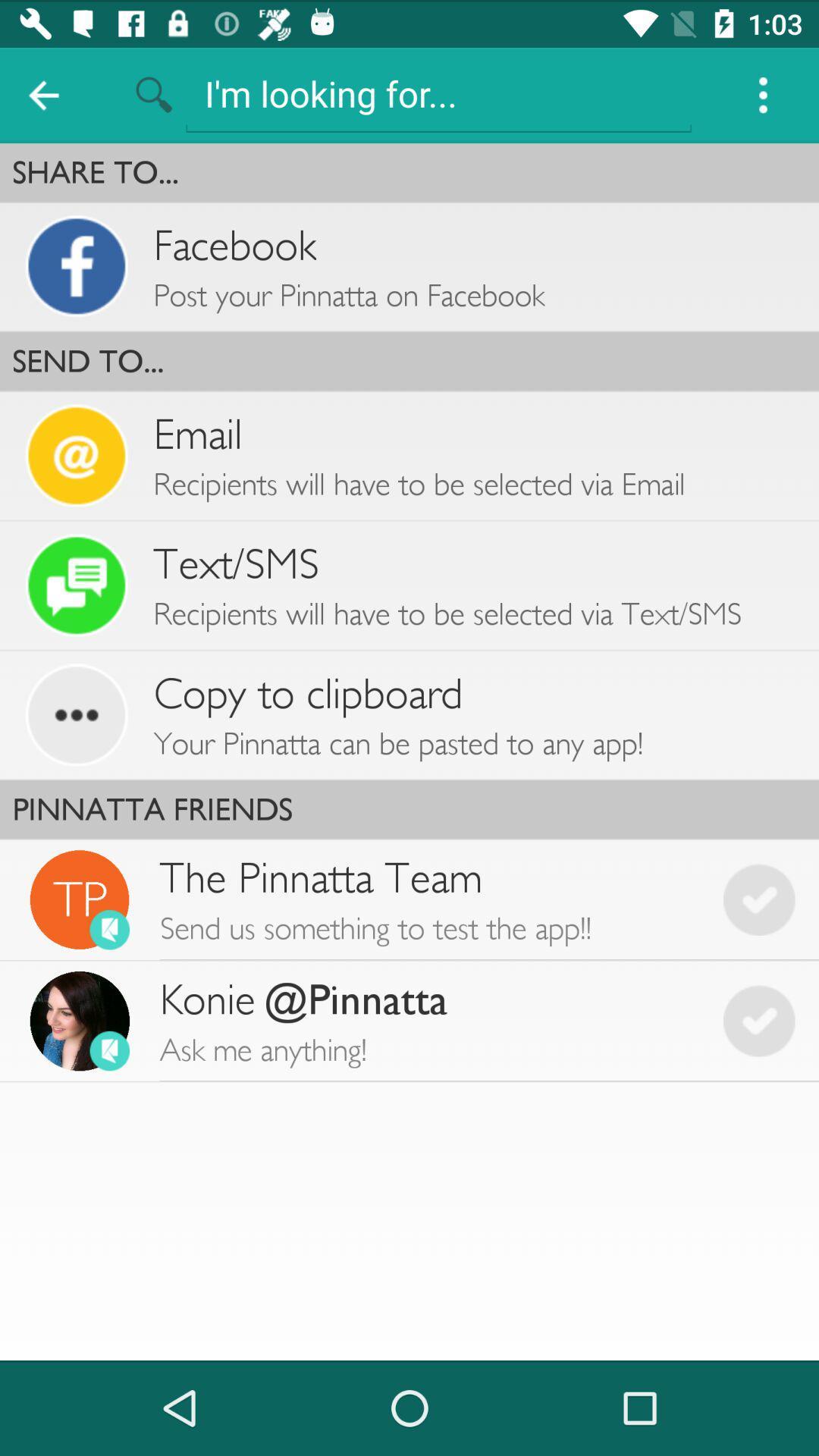 The height and width of the screenshot is (1456, 819). Describe the element at coordinates (429, 1021) in the screenshot. I see `konie pinnatta ask app` at that location.